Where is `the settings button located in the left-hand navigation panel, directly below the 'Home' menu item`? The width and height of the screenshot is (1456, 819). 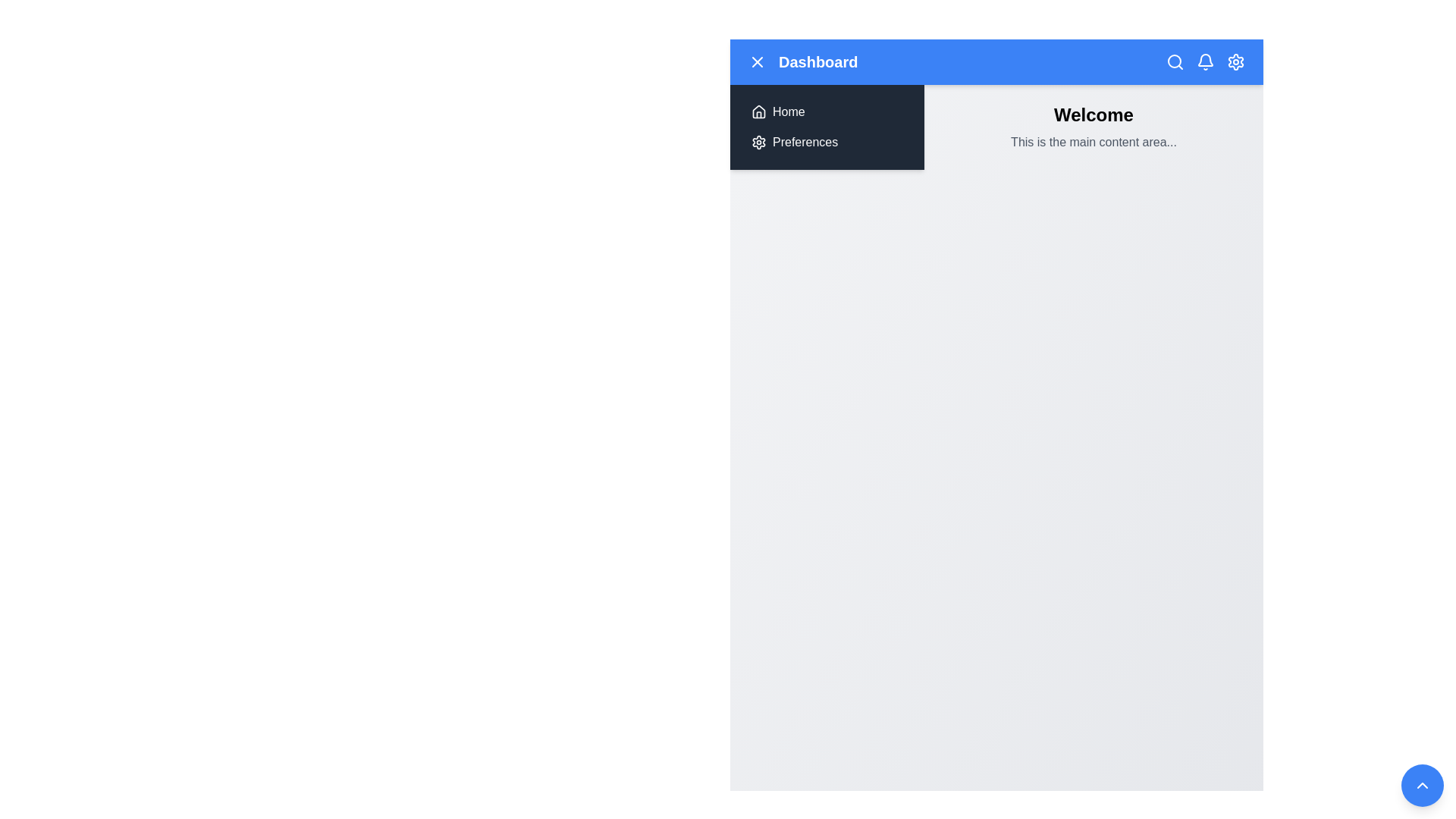
the settings button located in the left-hand navigation panel, directly below the 'Home' menu item is located at coordinates (826, 143).